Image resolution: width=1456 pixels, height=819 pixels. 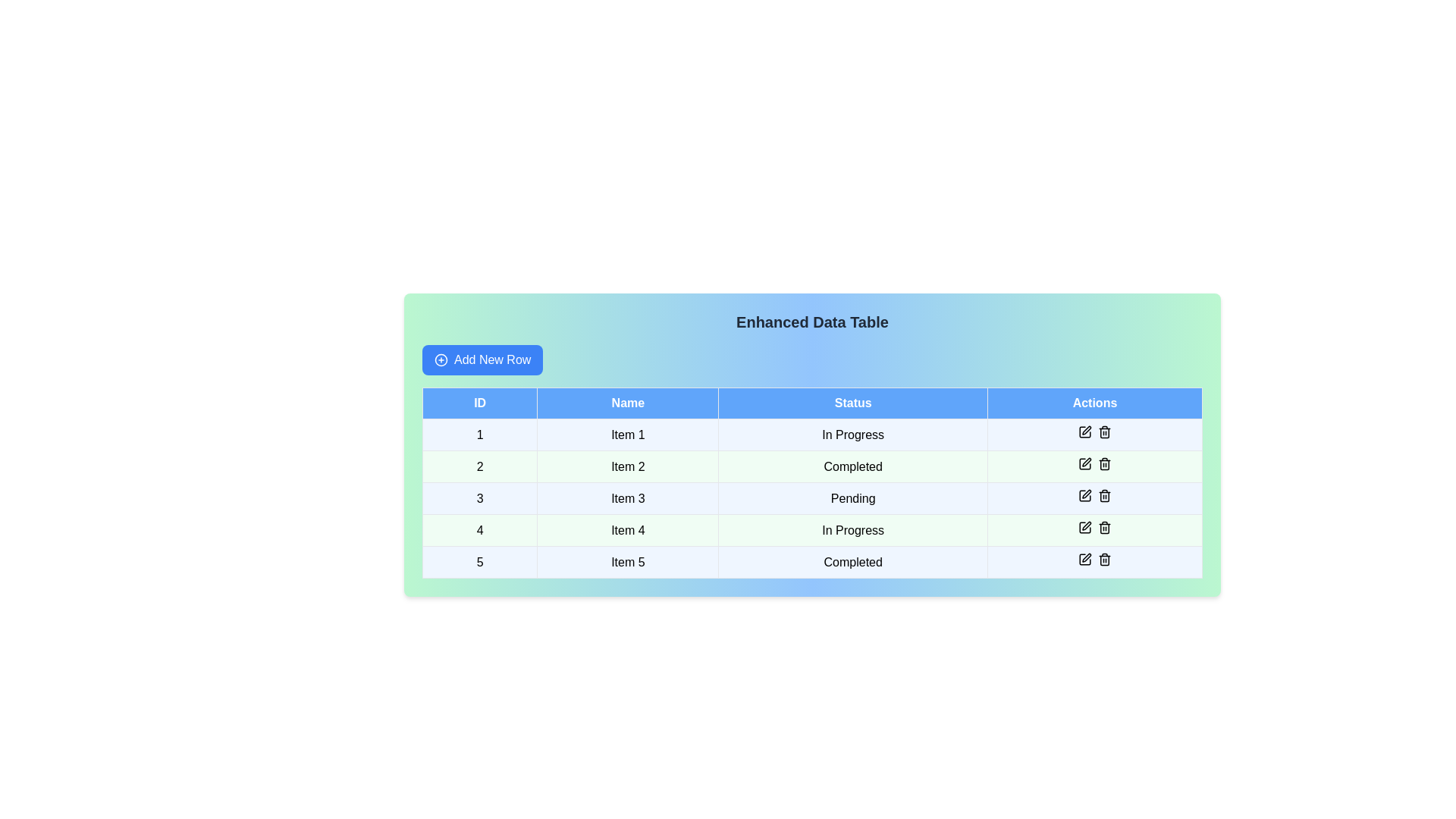 I want to click on the second icon in the last row under the 'Actions' column of the data table to possibly reveal additional information or a tooltip, so click(x=1104, y=526).